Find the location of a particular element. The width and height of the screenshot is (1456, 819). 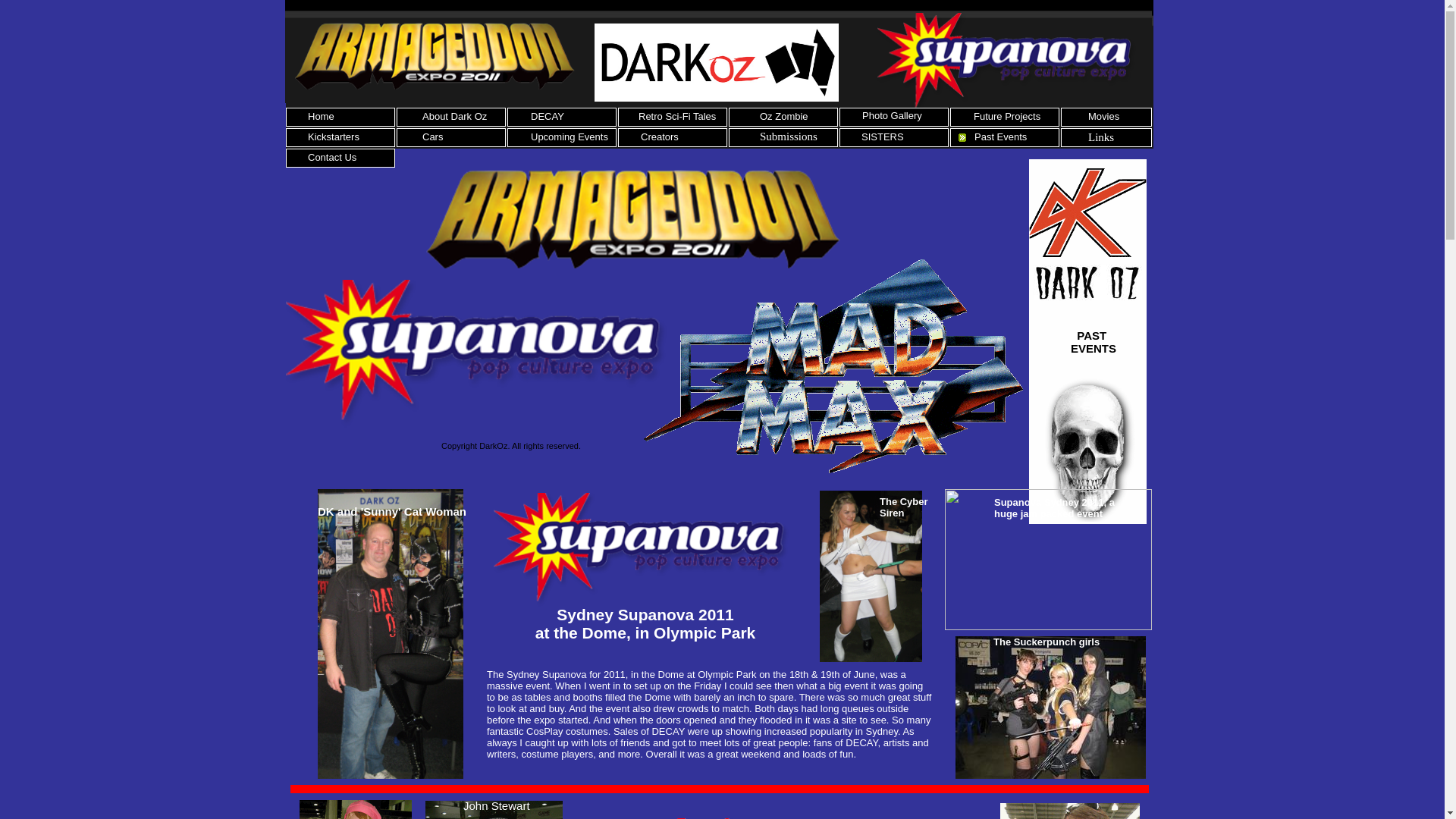

'Retro Sci-Fi Tales' is located at coordinates (638, 115).